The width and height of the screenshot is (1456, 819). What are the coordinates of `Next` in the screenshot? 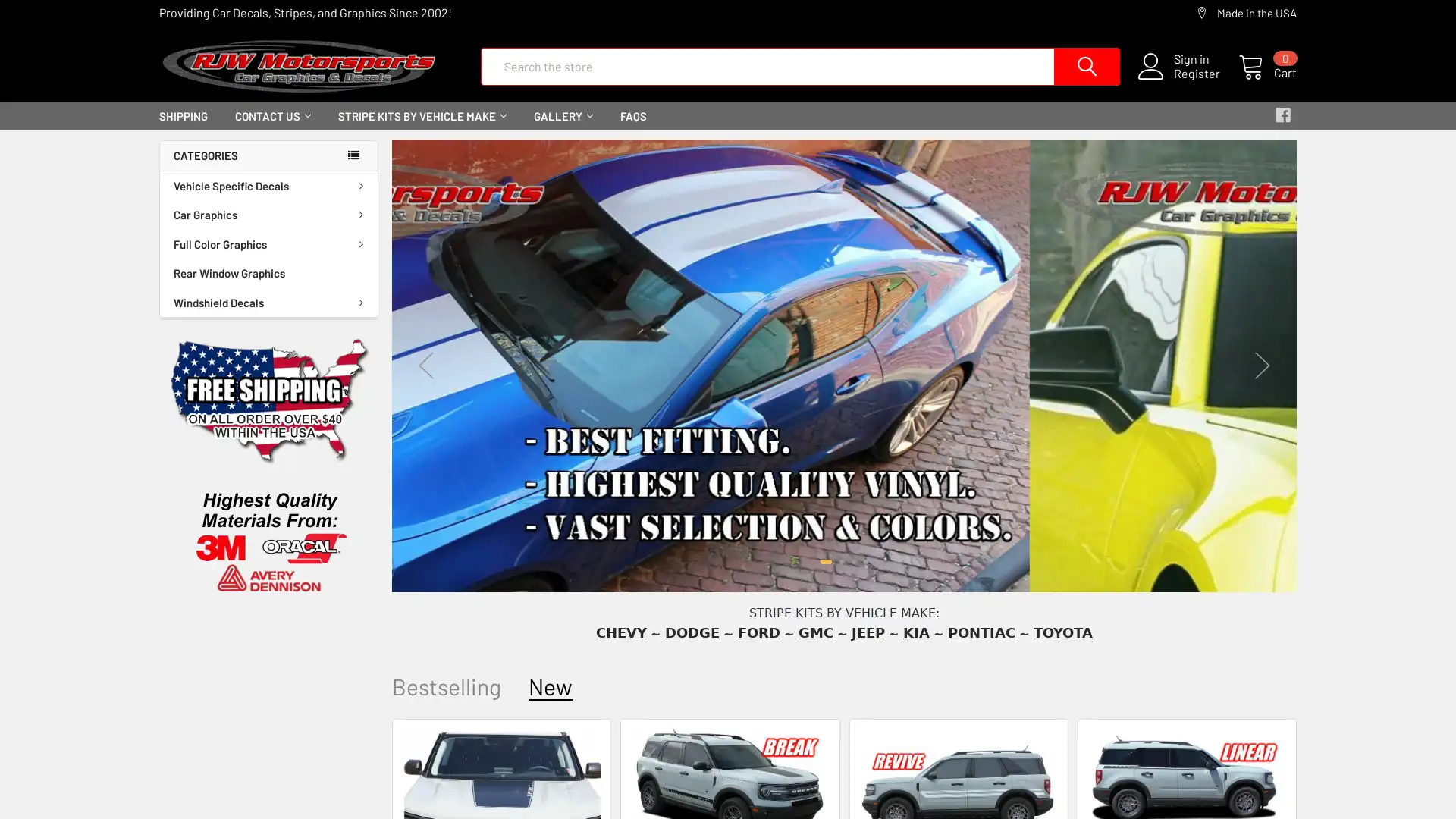 It's located at (1263, 365).